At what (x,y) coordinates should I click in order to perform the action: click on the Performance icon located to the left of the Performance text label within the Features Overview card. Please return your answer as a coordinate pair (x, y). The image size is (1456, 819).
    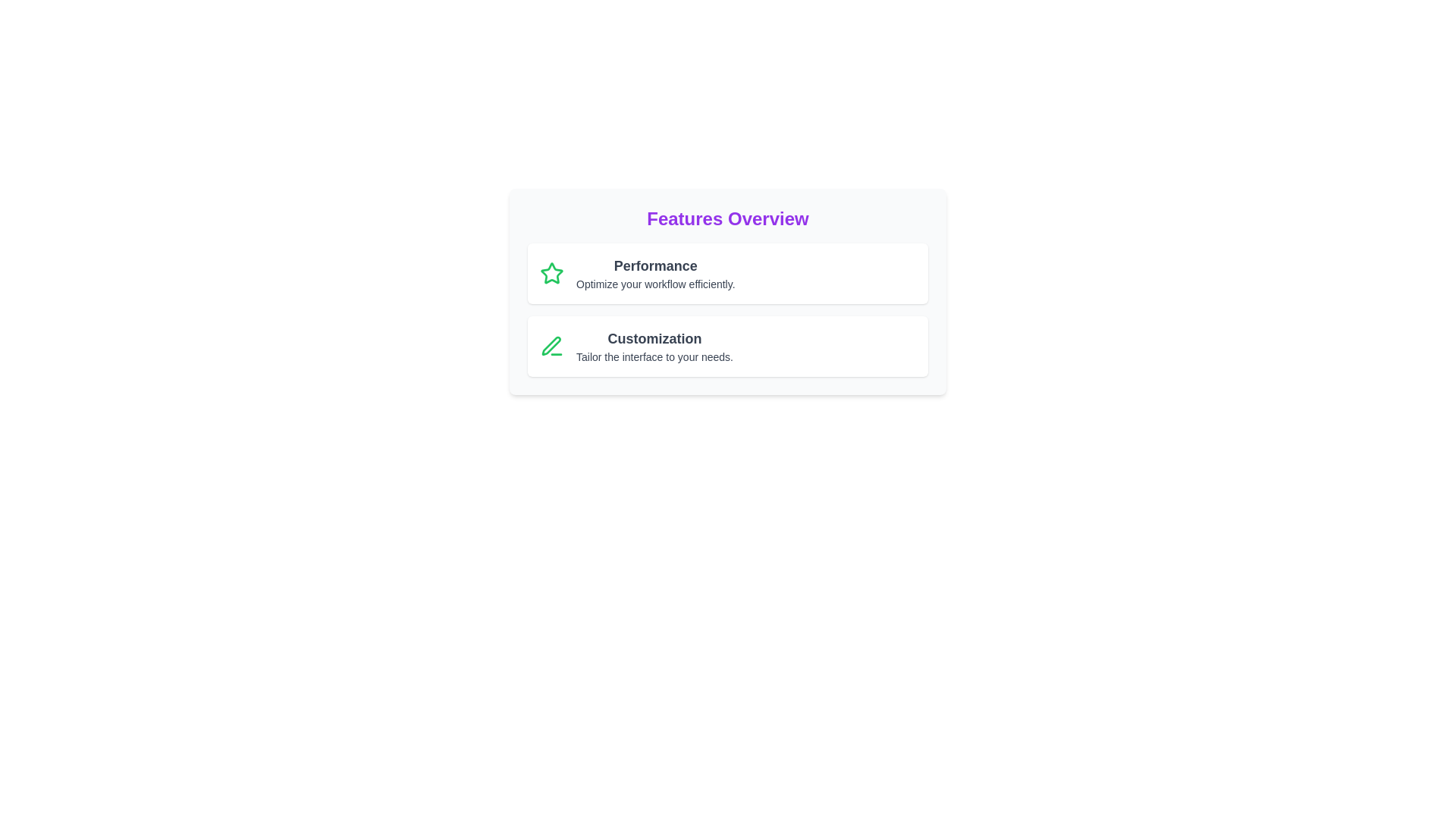
    Looking at the image, I should click on (551, 273).